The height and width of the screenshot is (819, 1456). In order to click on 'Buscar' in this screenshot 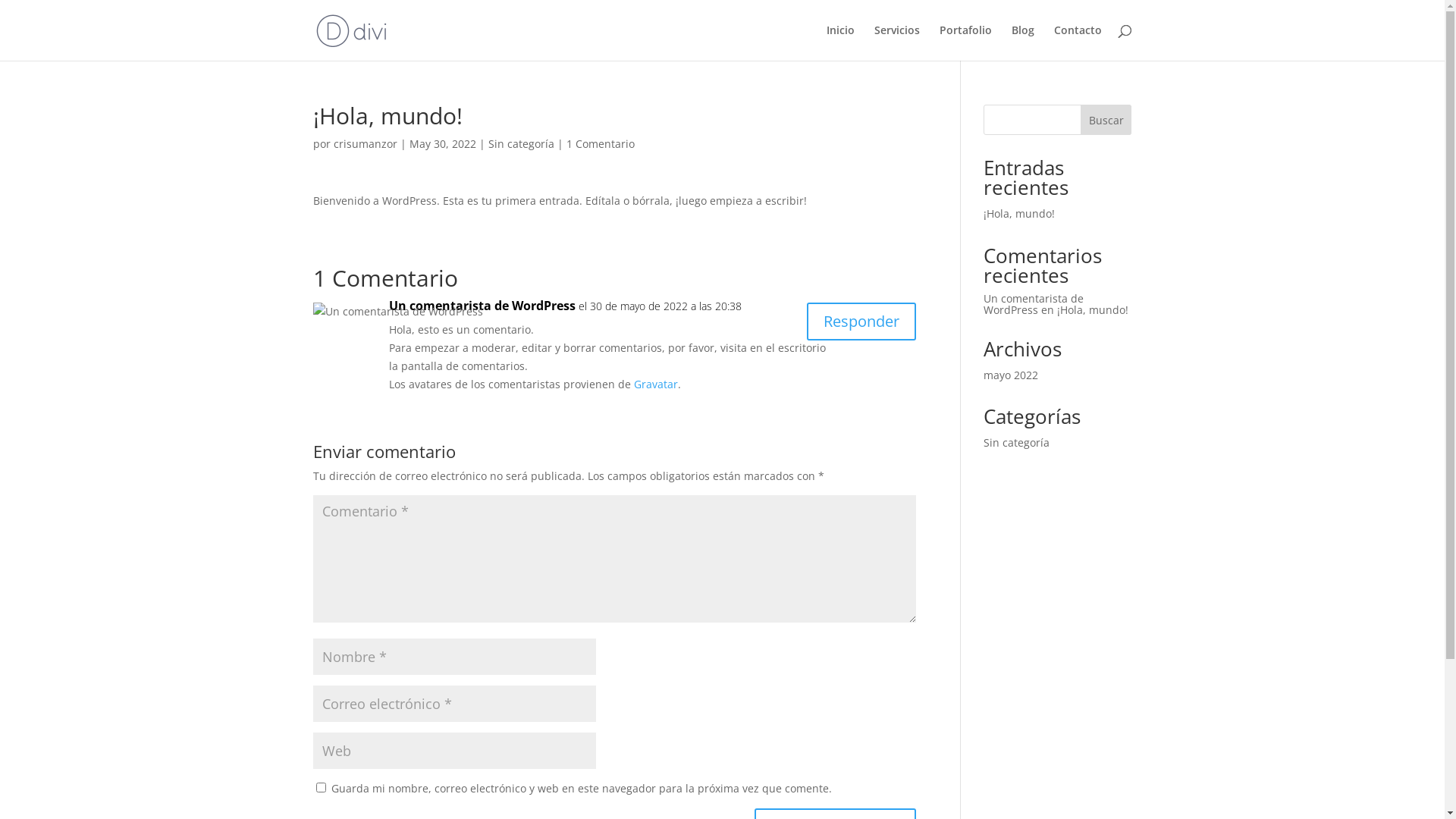, I will do `click(1106, 119)`.